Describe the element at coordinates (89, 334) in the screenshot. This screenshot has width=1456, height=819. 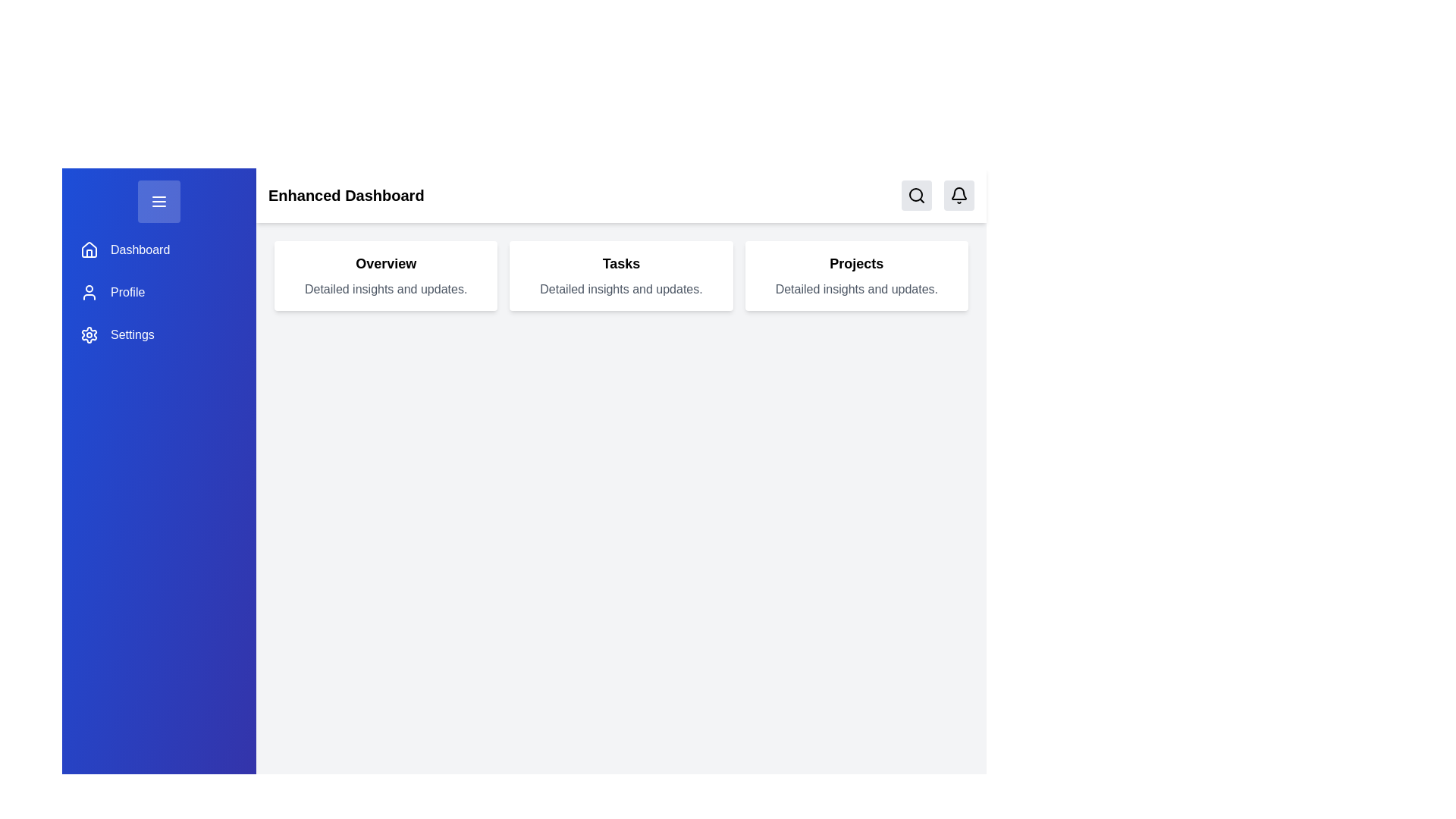
I see `the SVG icon of a settings cogwheel located in the left-hand vertical navigation bar, which is the third icon from the top` at that location.